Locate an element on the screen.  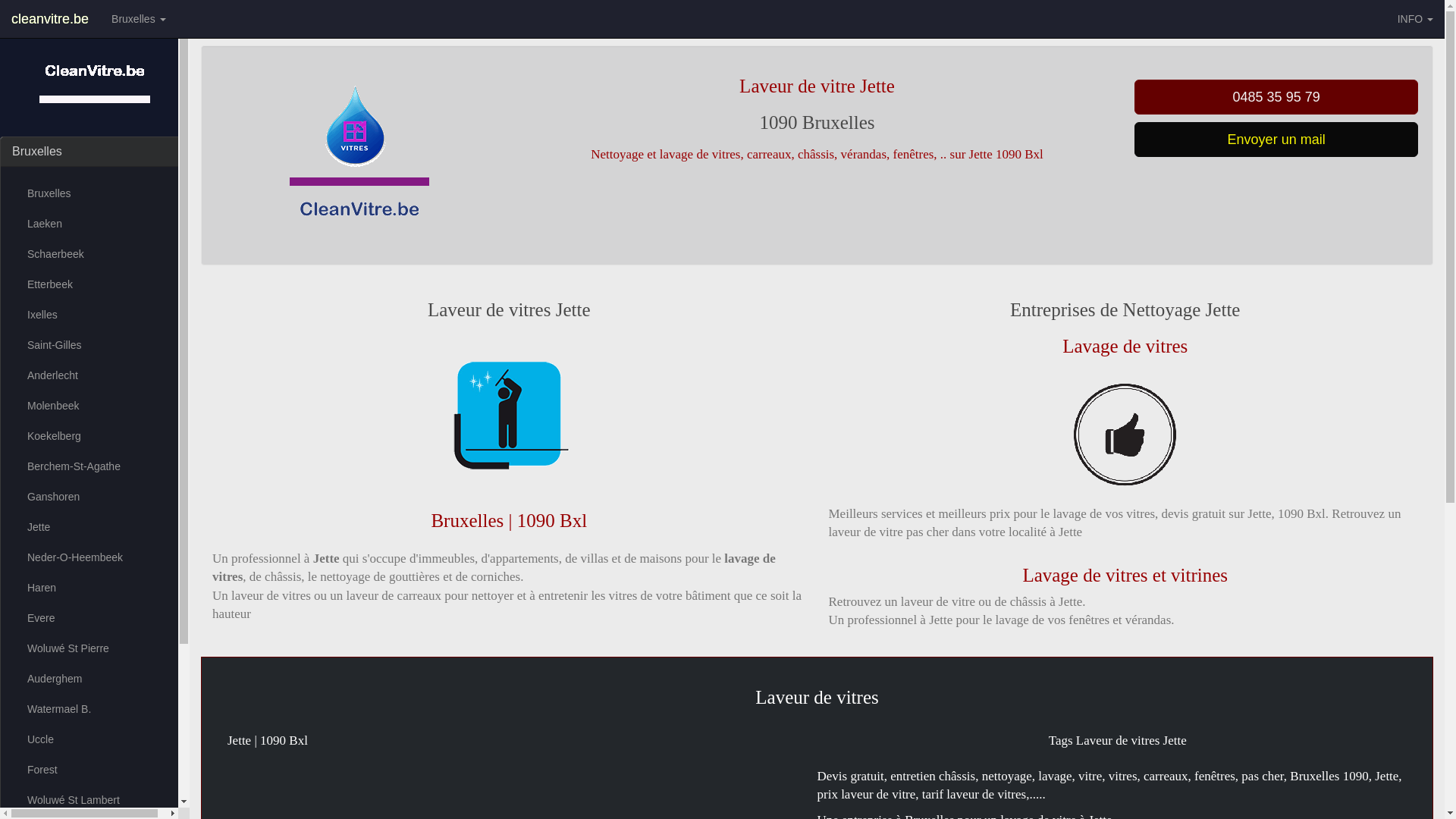
'Ixelles' is located at coordinates (93, 314).